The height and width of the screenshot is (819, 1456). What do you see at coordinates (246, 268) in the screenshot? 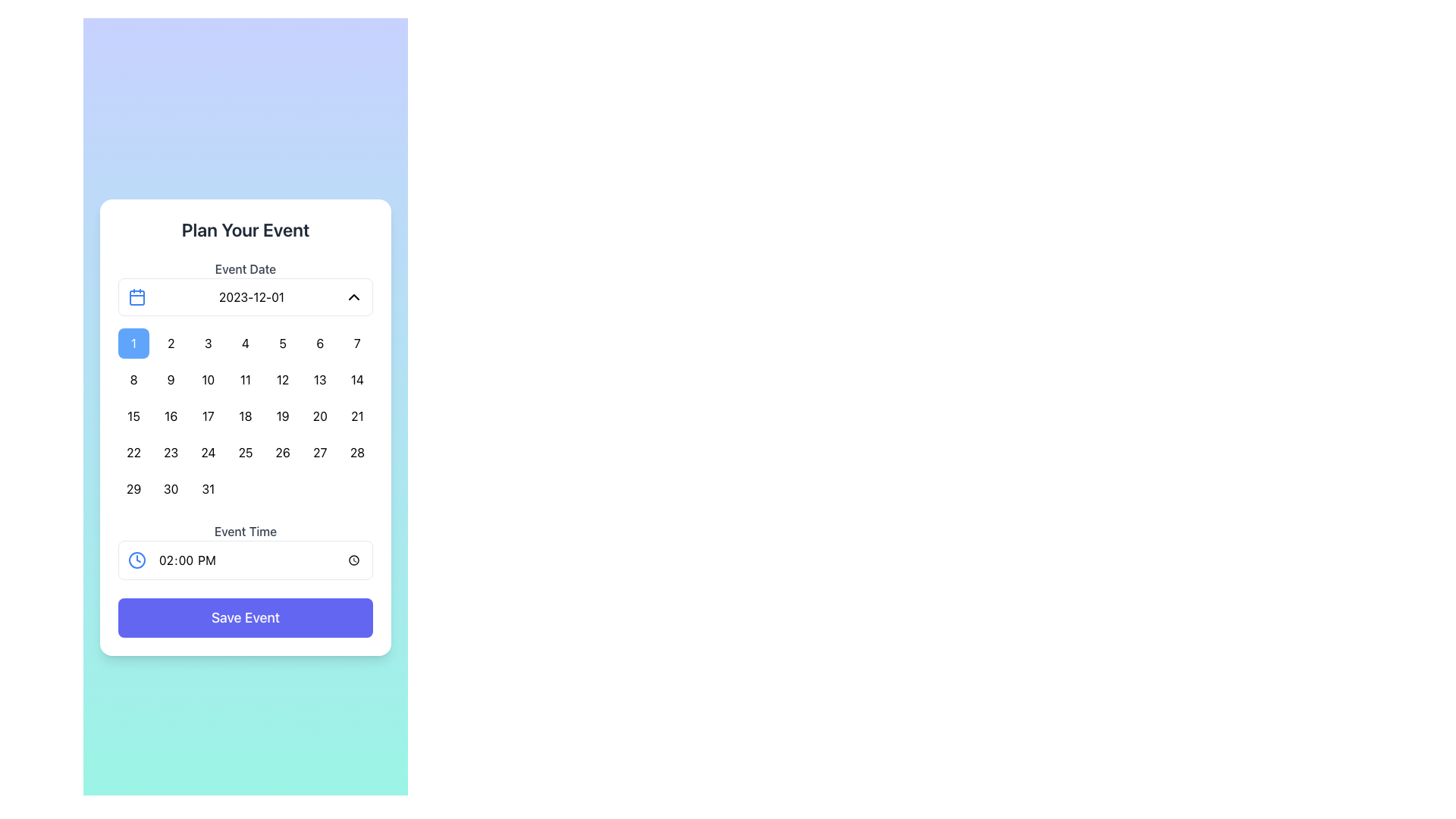
I see `the 'Event Date' label, which is a medium-sized gray text located at the top of the date selection section, above the calendar icon and date field` at bounding box center [246, 268].